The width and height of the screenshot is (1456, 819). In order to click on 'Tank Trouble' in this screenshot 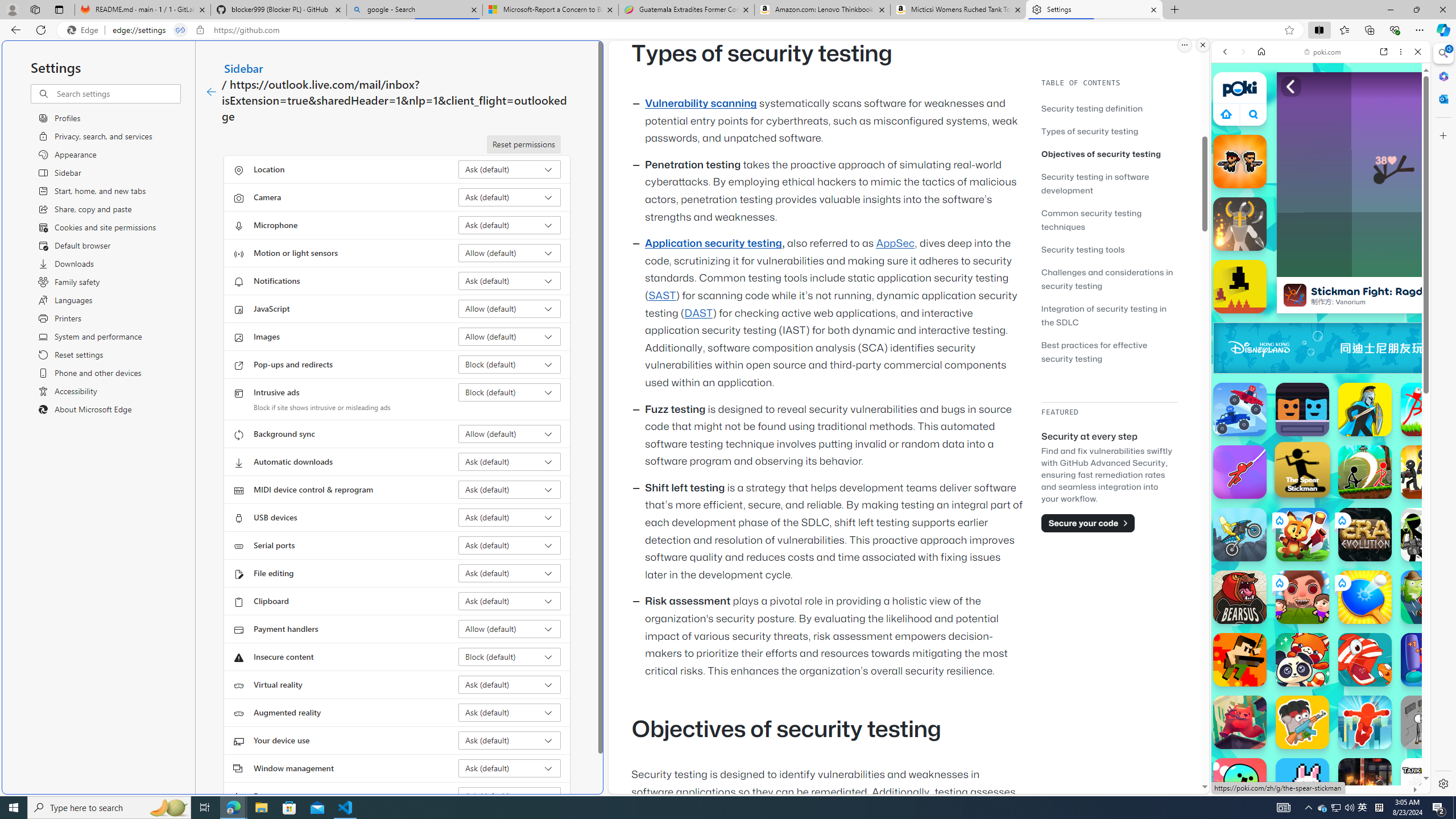, I will do `click(1428, 784)`.